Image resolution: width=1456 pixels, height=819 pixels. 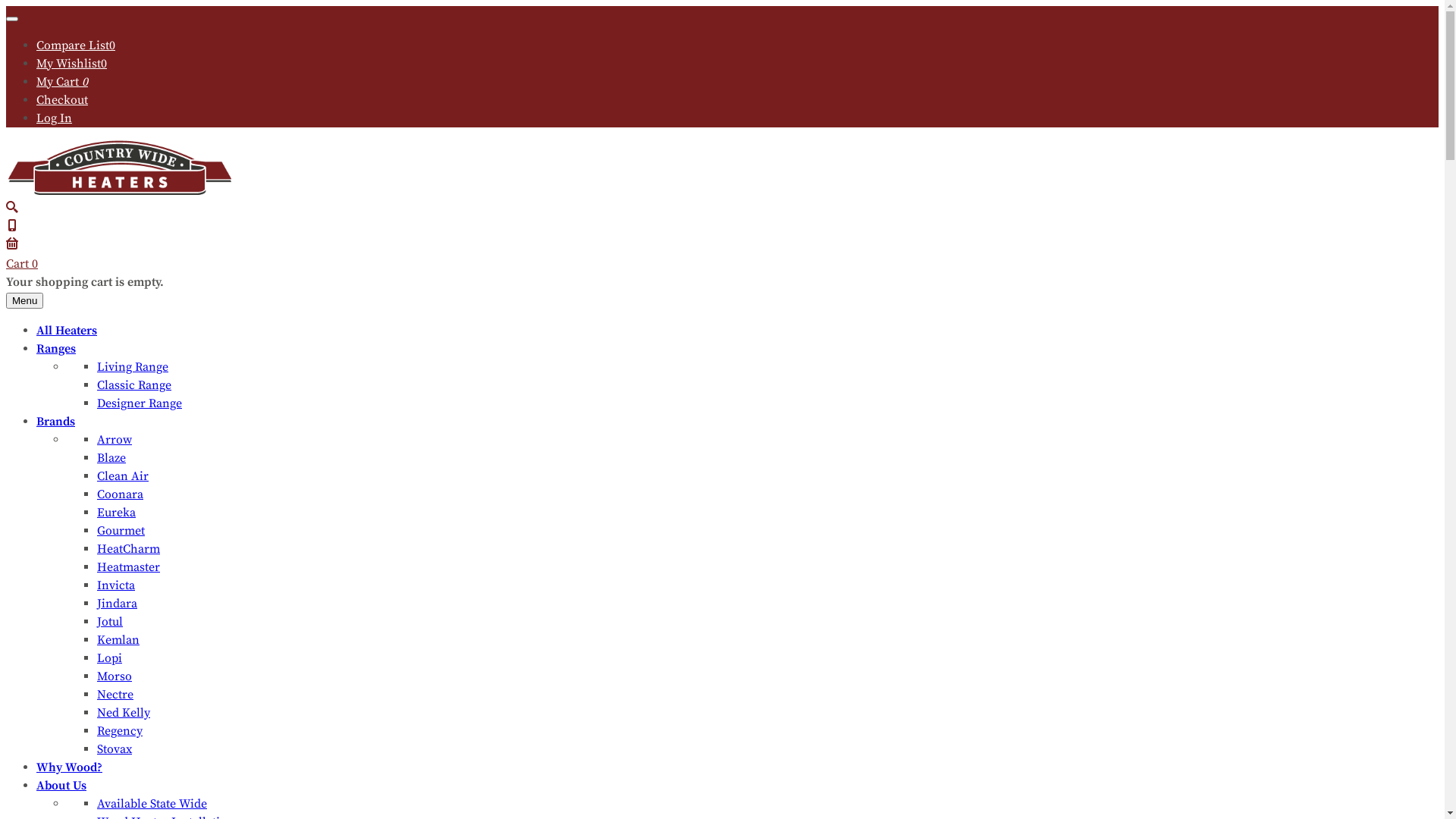 What do you see at coordinates (124, 713) in the screenshot?
I see `'Ned Kelly'` at bounding box center [124, 713].